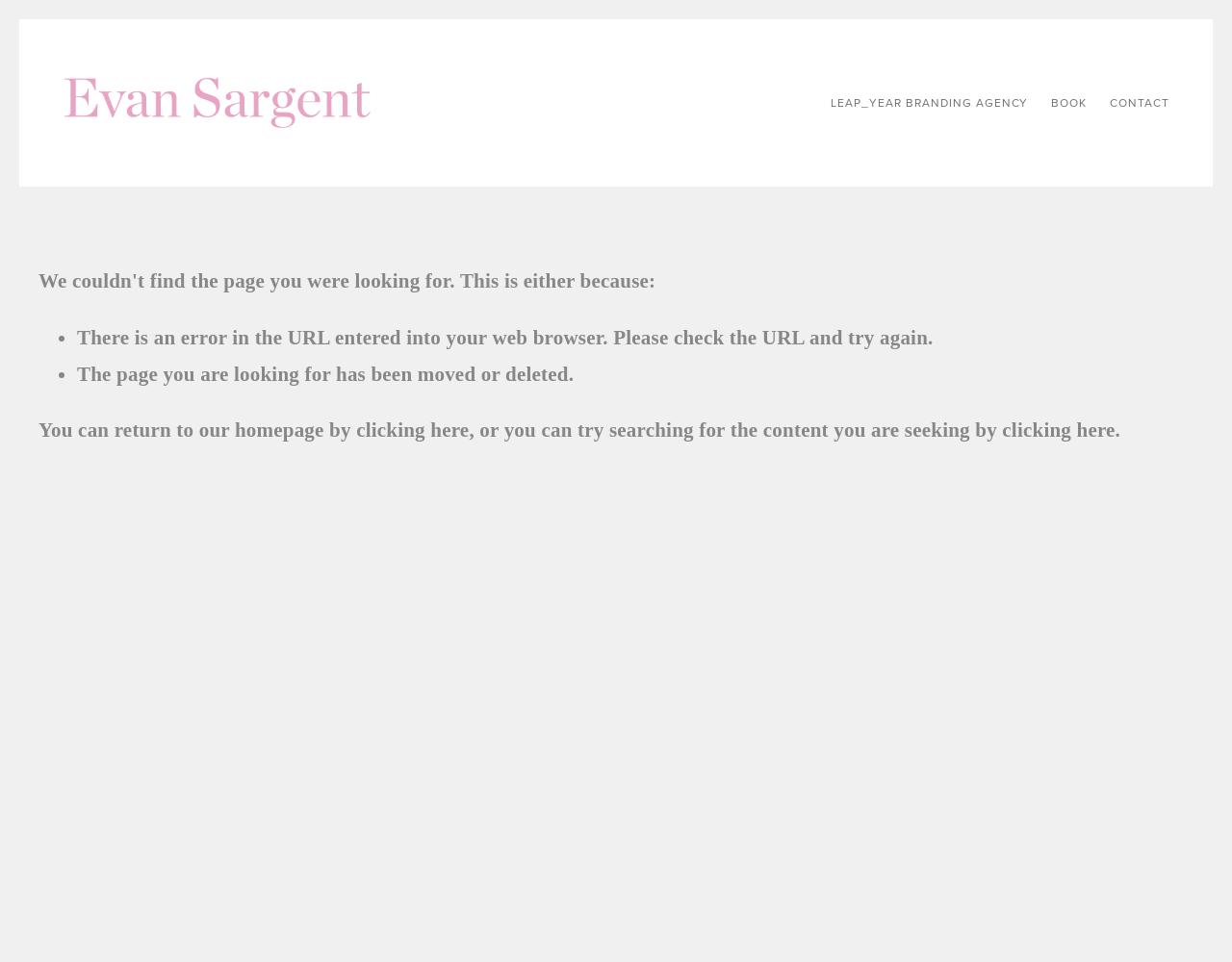 The image size is (1232, 962). I want to click on ', or you can try searching for the
  content you are seeking by', so click(734, 429).